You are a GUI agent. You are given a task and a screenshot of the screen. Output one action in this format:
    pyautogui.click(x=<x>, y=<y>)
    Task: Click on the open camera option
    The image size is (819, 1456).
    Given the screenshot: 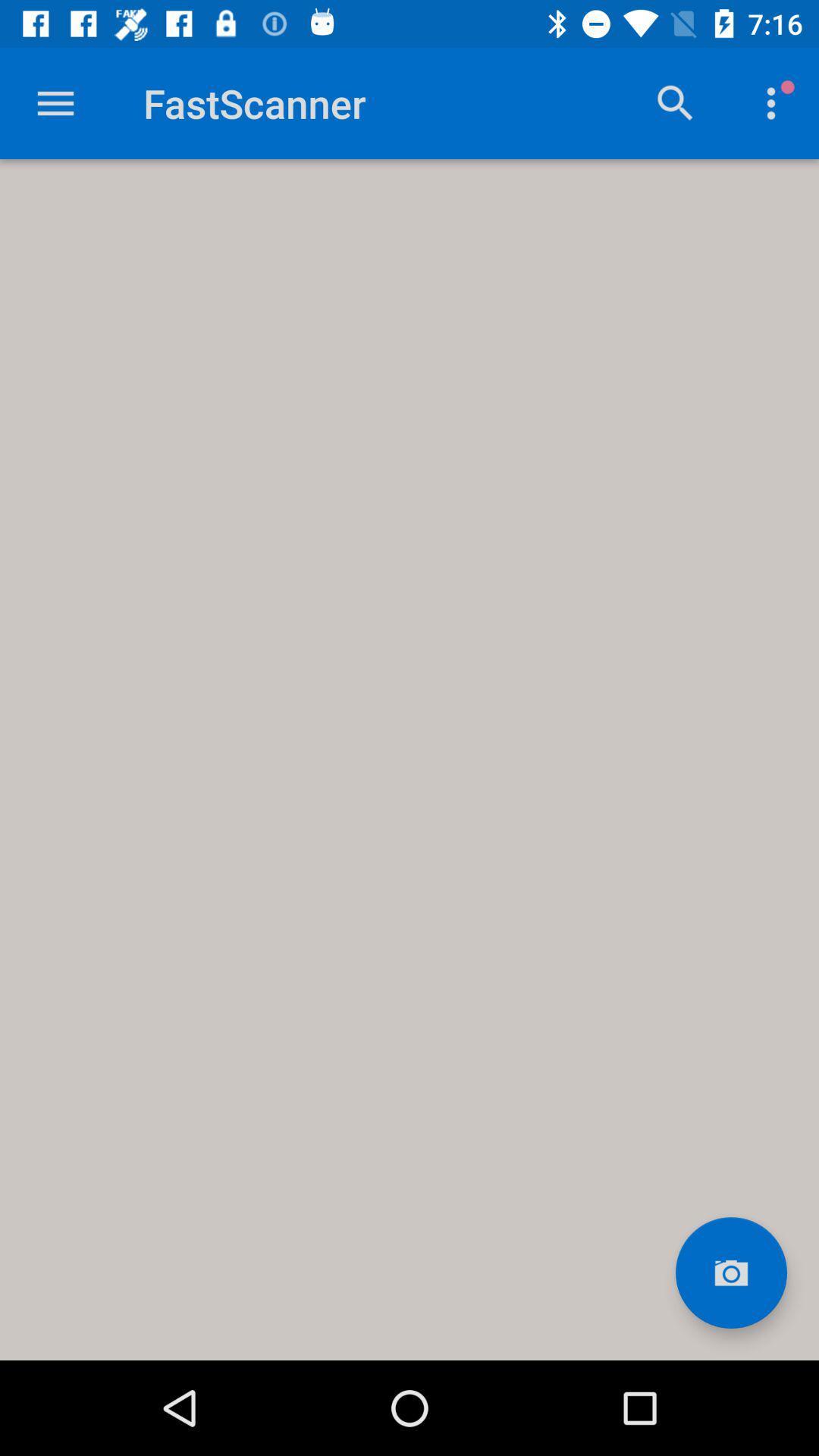 What is the action you would take?
    pyautogui.click(x=730, y=1272)
    